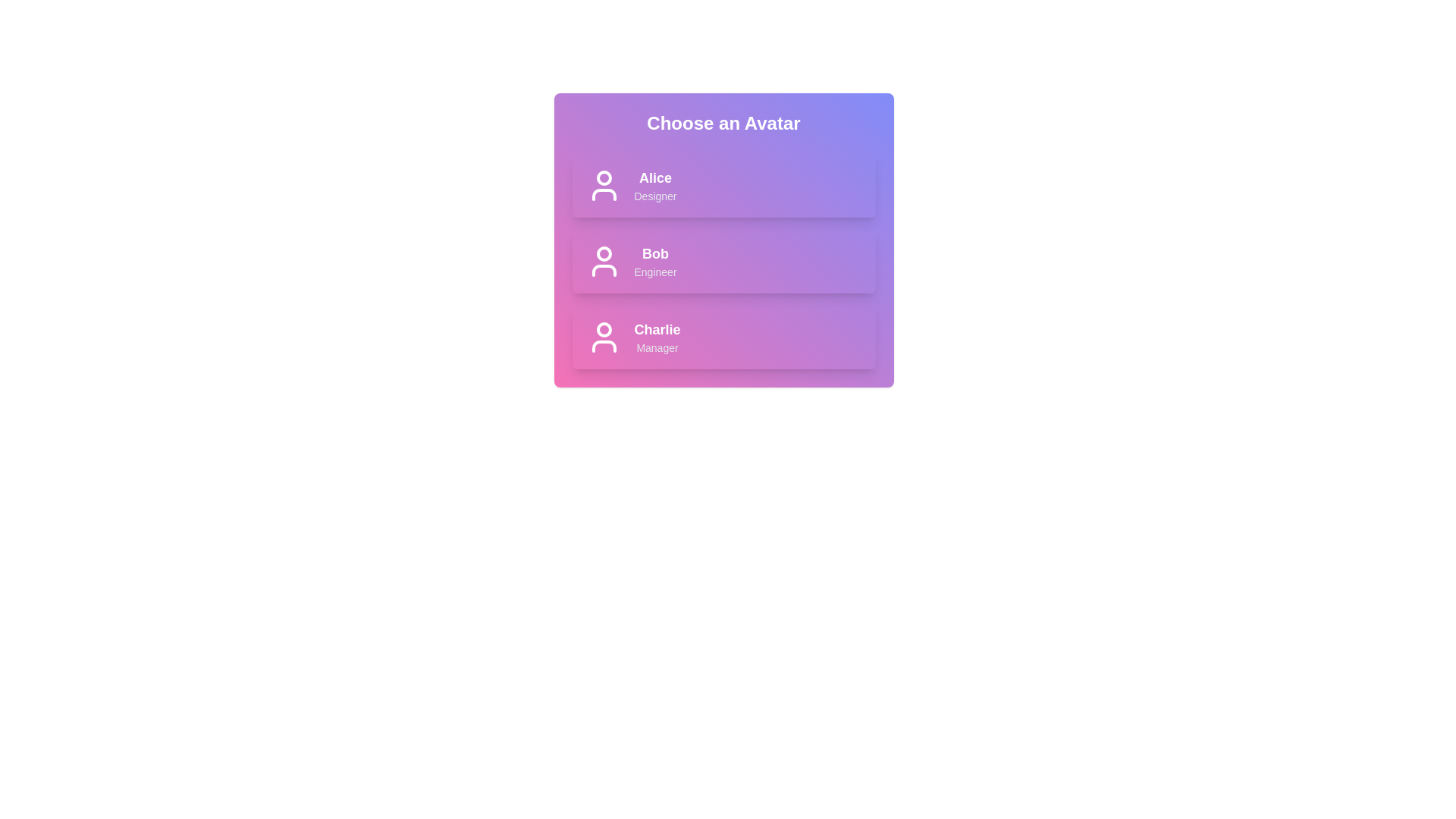 The image size is (1456, 819). I want to click on the text label displaying 'Alice' as a name and 'Designer' as a title, so click(655, 185).